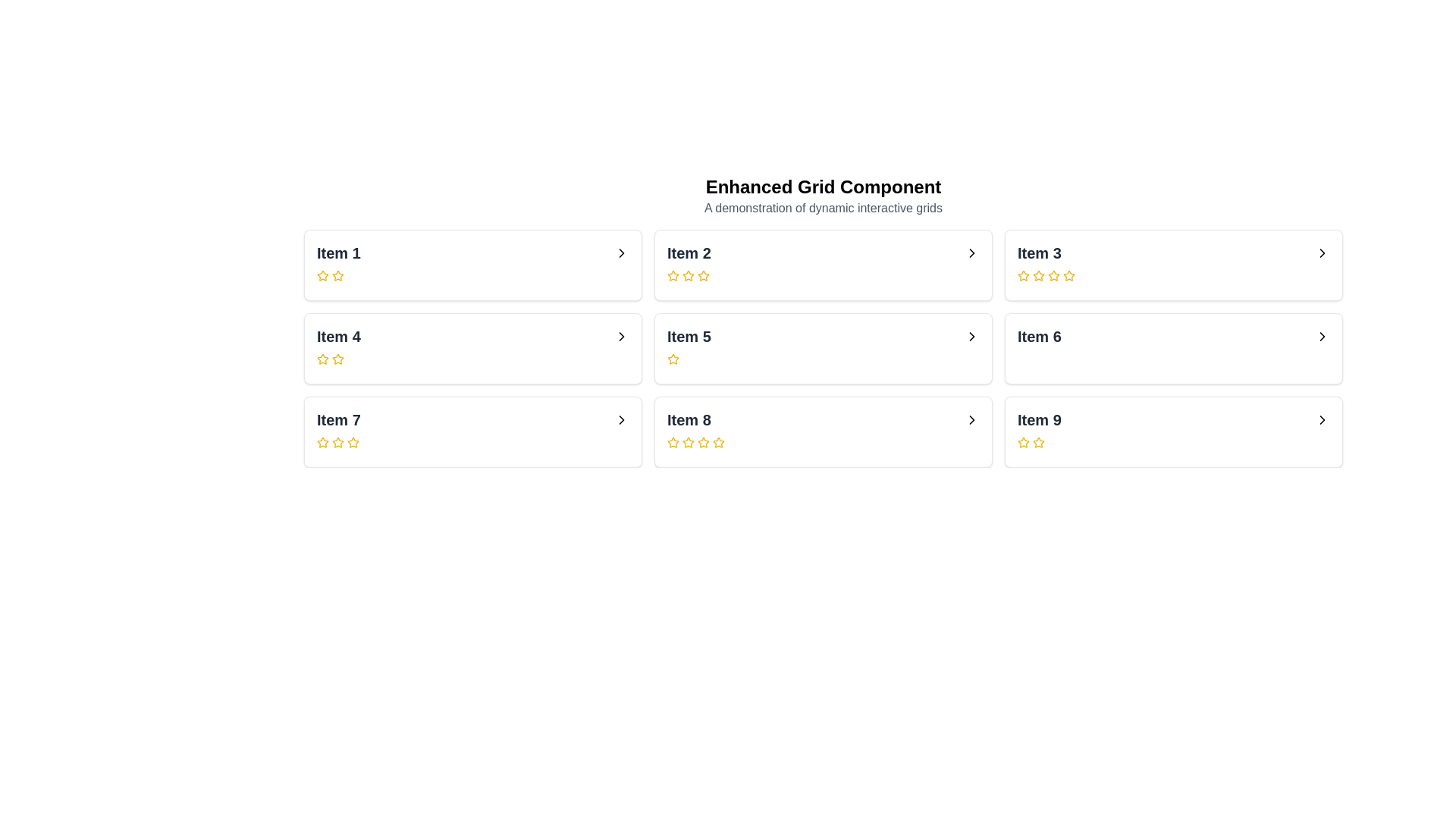 This screenshot has width=1456, height=819. I want to click on the icon associated with 'Item 3', so click(1321, 253).